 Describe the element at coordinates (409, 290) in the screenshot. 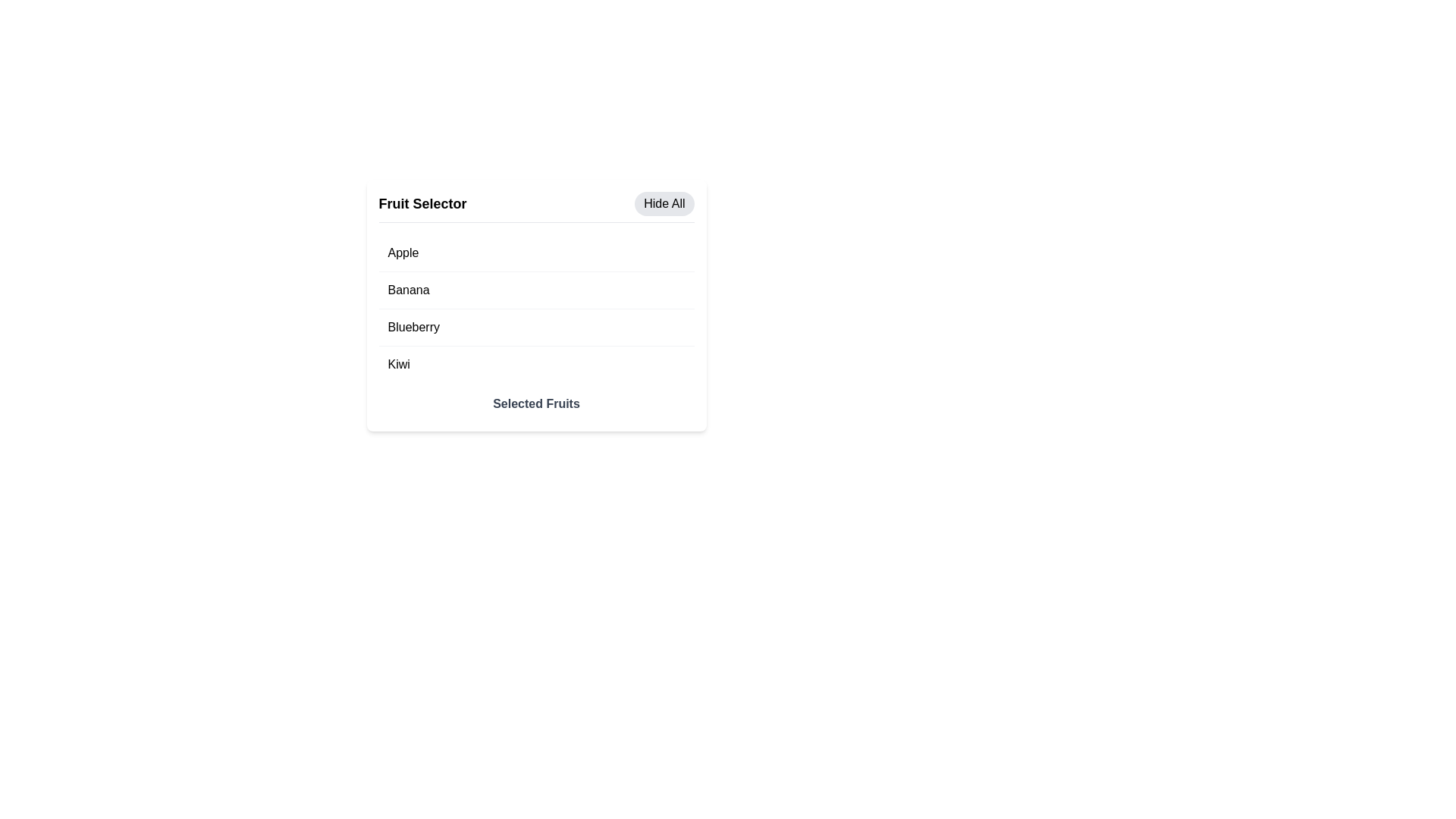

I see `the non-interactive text label located in the second position of a vertical list within the fruit selection menu, between 'Apple' and 'Blueberry'` at that location.